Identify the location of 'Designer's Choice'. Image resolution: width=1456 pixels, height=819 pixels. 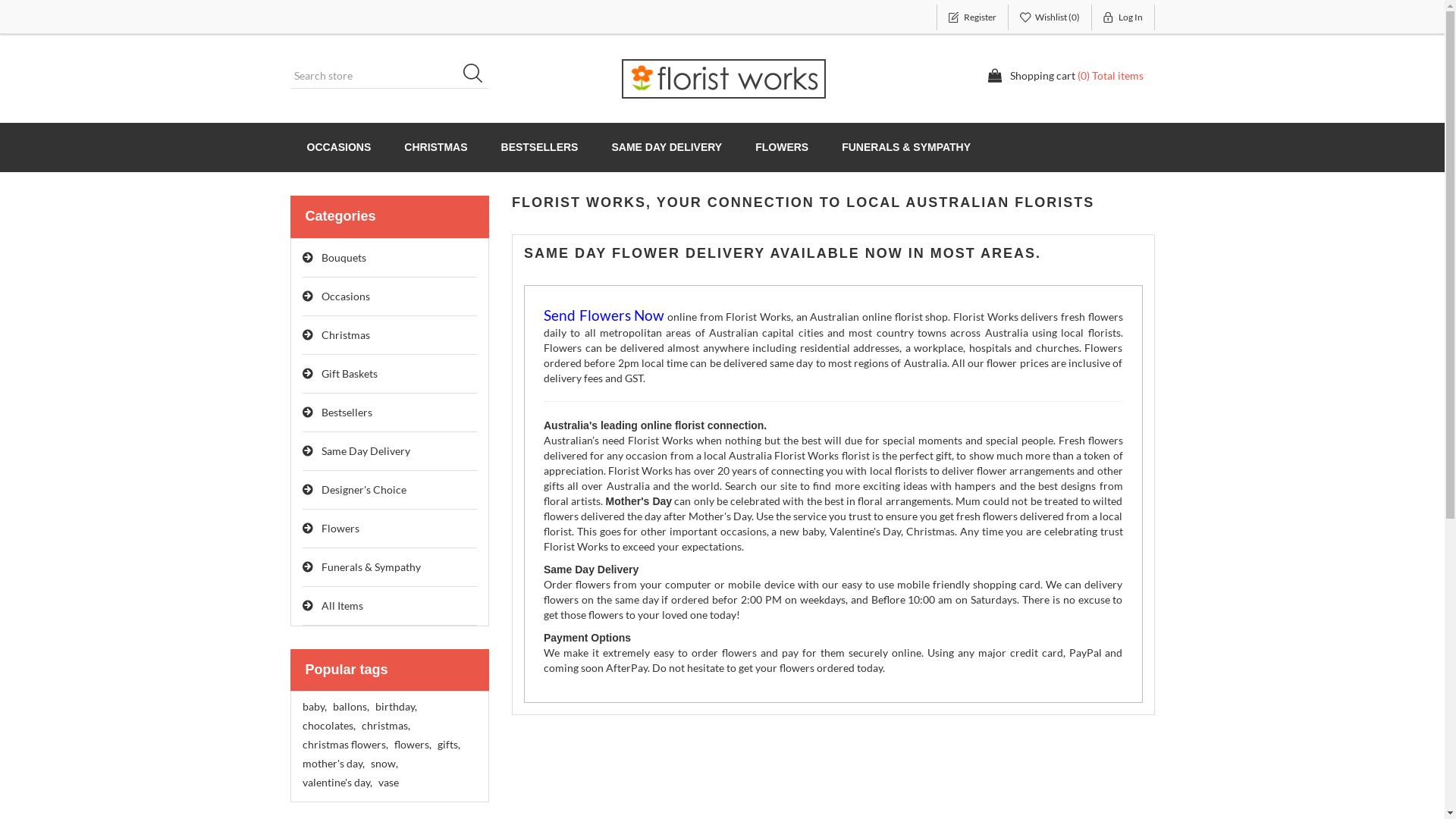
(389, 490).